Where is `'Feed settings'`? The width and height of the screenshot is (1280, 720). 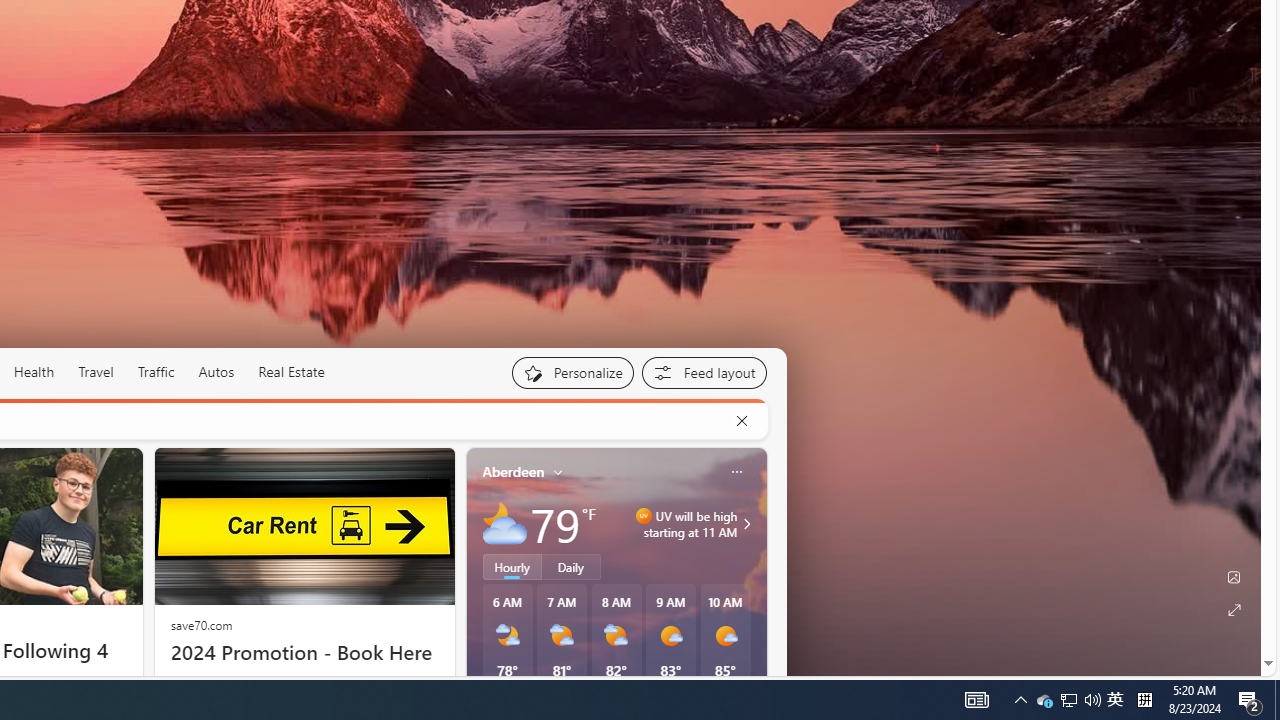
'Feed settings' is located at coordinates (704, 372).